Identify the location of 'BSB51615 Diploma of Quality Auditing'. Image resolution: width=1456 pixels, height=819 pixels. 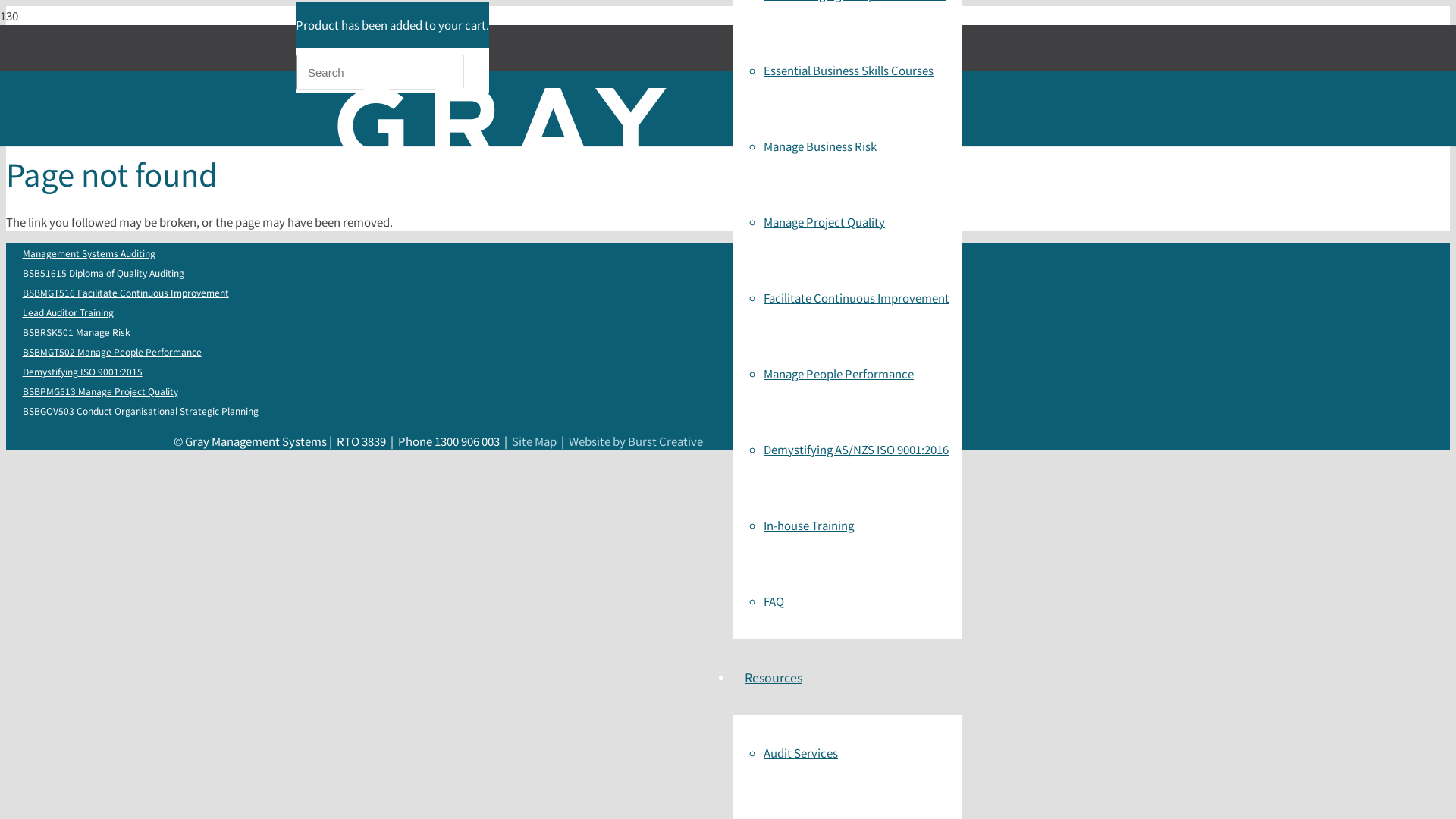
(102, 271).